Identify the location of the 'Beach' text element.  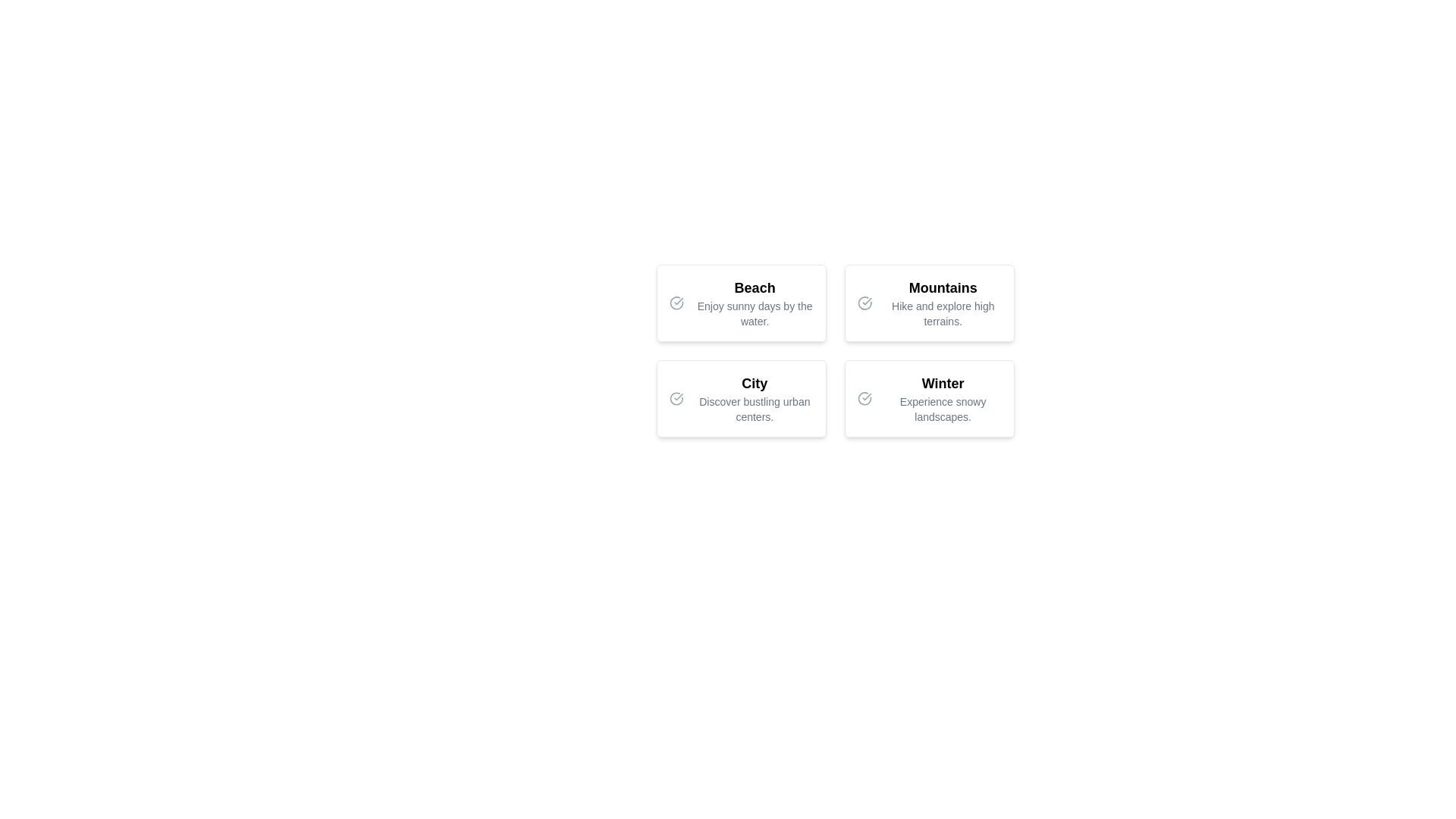
(755, 303).